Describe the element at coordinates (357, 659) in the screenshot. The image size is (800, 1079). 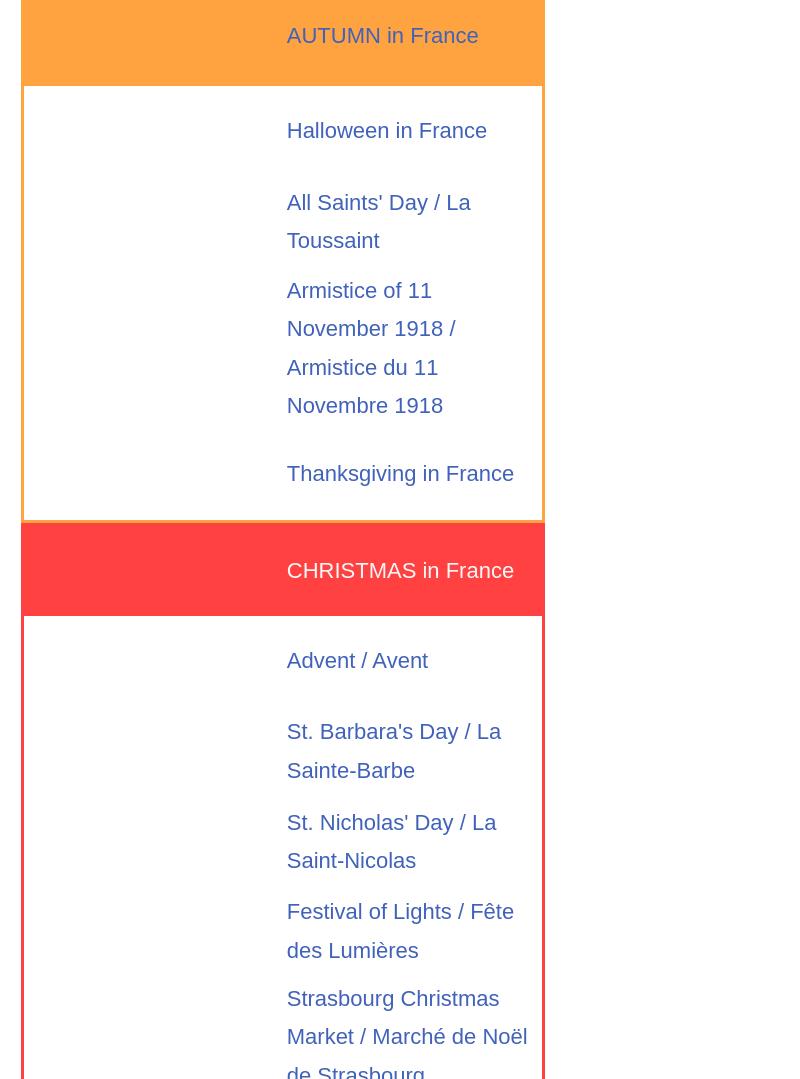
I see `'Advent / Avent'` at that location.